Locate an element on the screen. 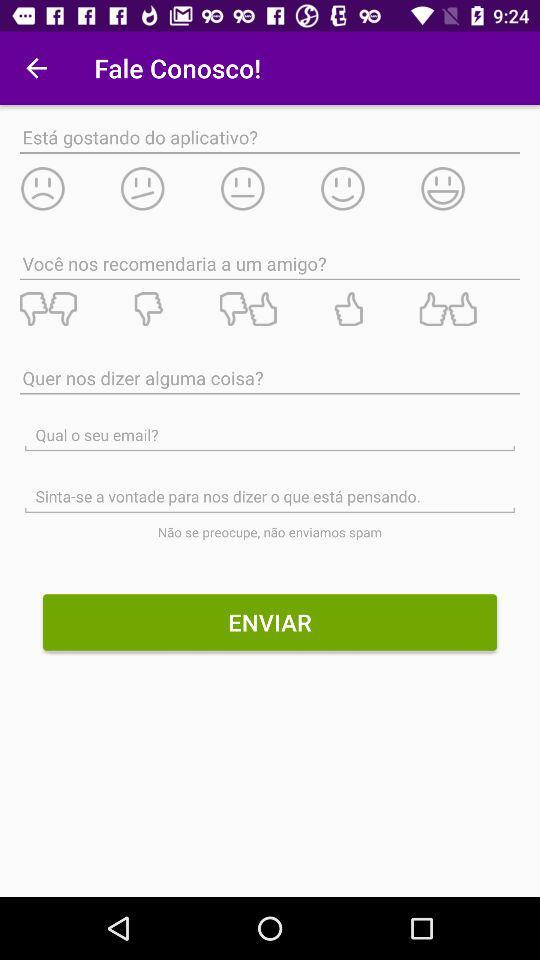 The width and height of the screenshot is (540, 960). mostly satisfied is located at coordinates (368, 188).